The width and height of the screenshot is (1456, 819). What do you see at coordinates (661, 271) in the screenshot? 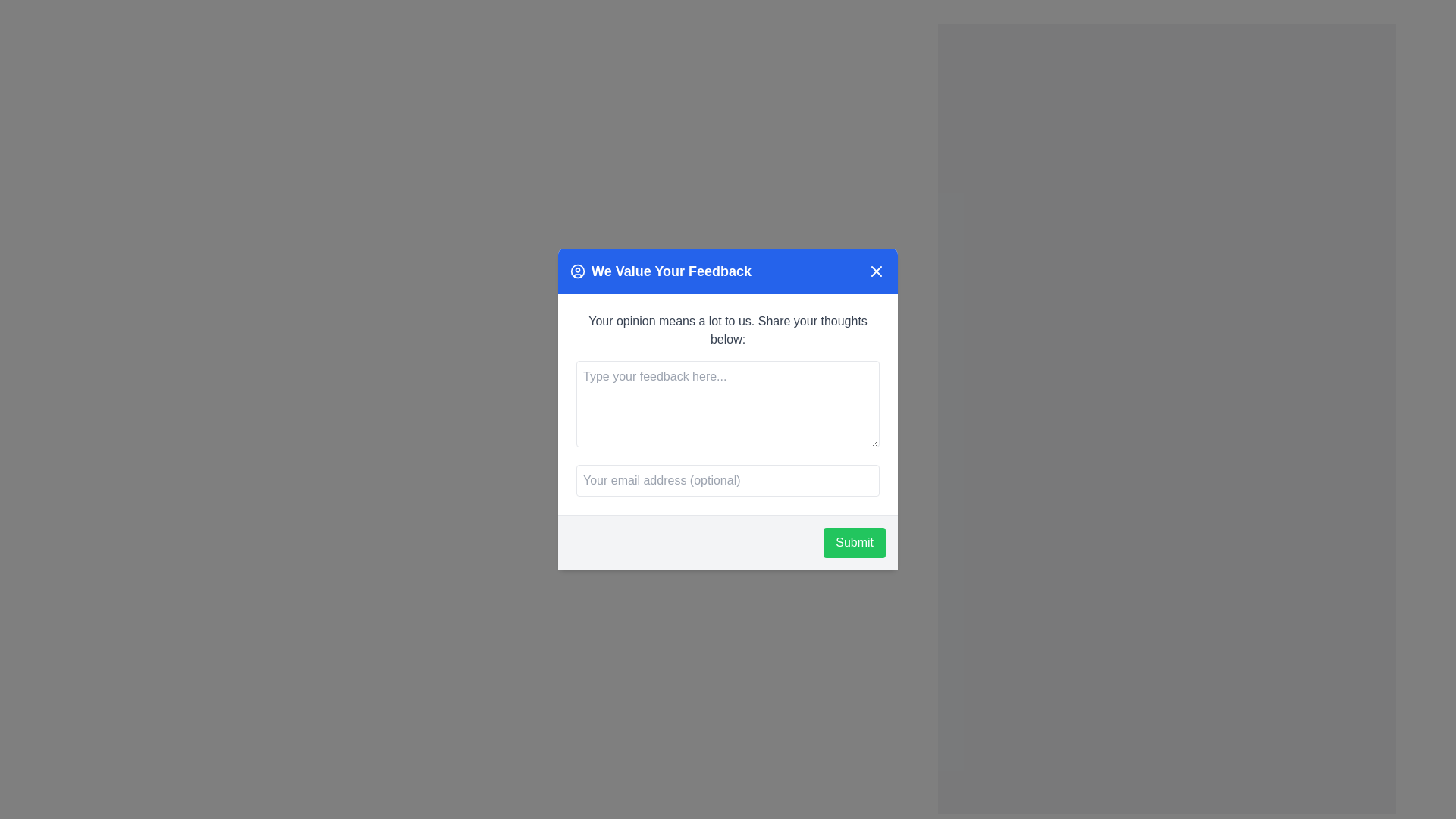
I see `the header text 'We Value Your Feedback' with the accompanying circular user figure icon, located in the blue header section of the popup modal` at bounding box center [661, 271].